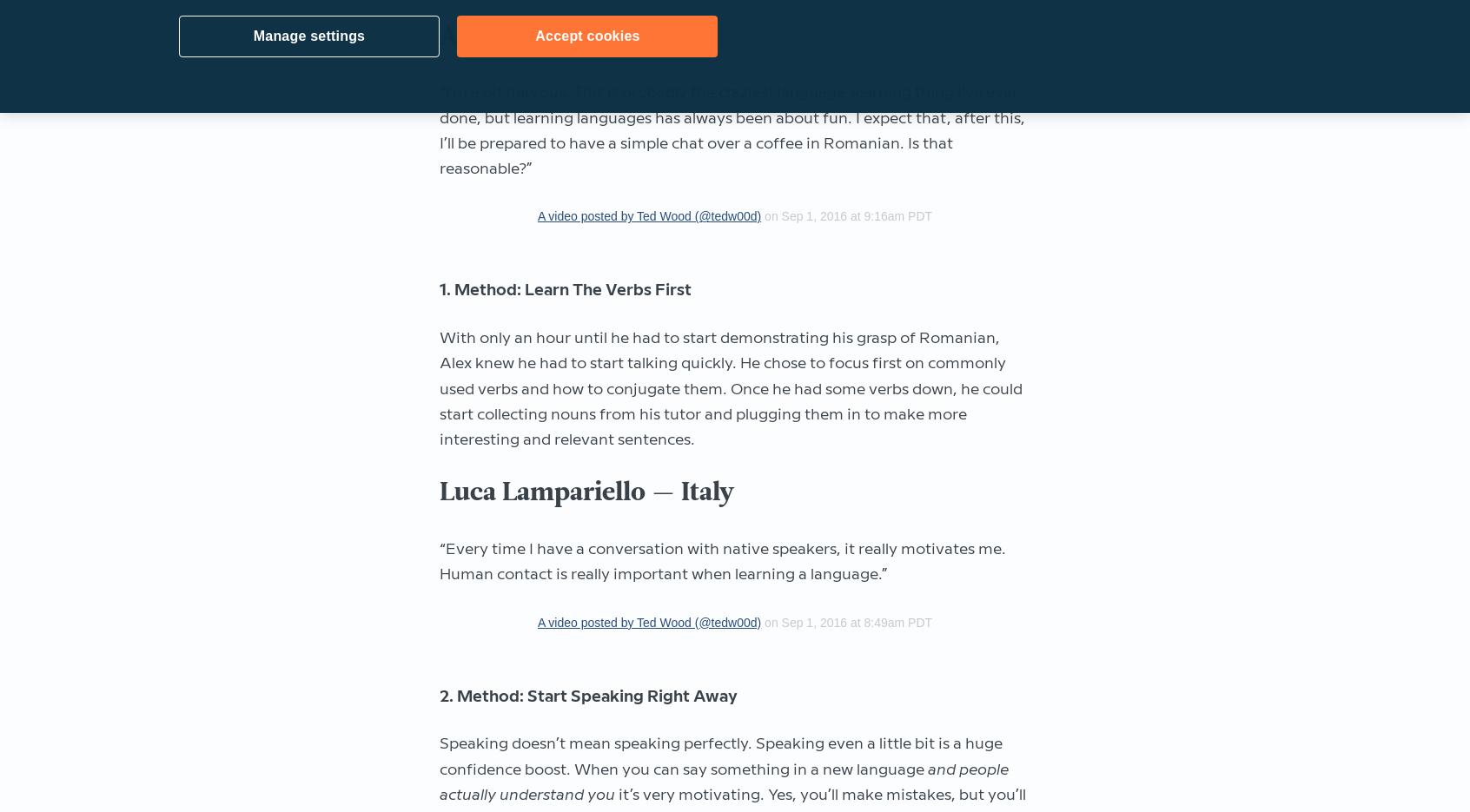 Image resolution: width=1470 pixels, height=812 pixels. I want to click on '1. Method: Learn The Verbs First', so click(566, 290).